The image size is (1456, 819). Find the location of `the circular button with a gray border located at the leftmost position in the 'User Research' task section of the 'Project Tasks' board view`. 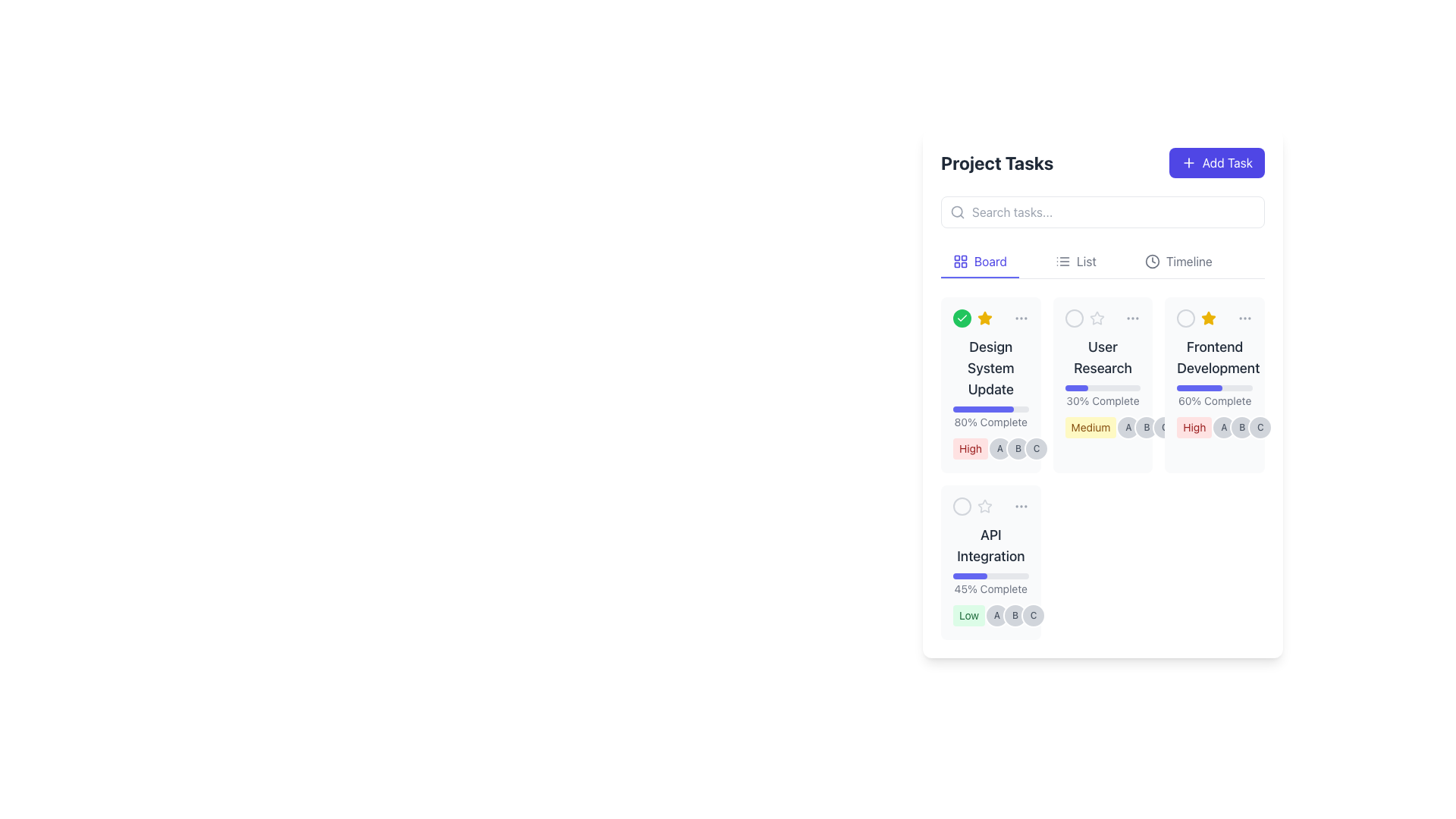

the circular button with a gray border located at the leftmost position in the 'User Research' task section of the 'Project Tasks' board view is located at coordinates (1073, 318).